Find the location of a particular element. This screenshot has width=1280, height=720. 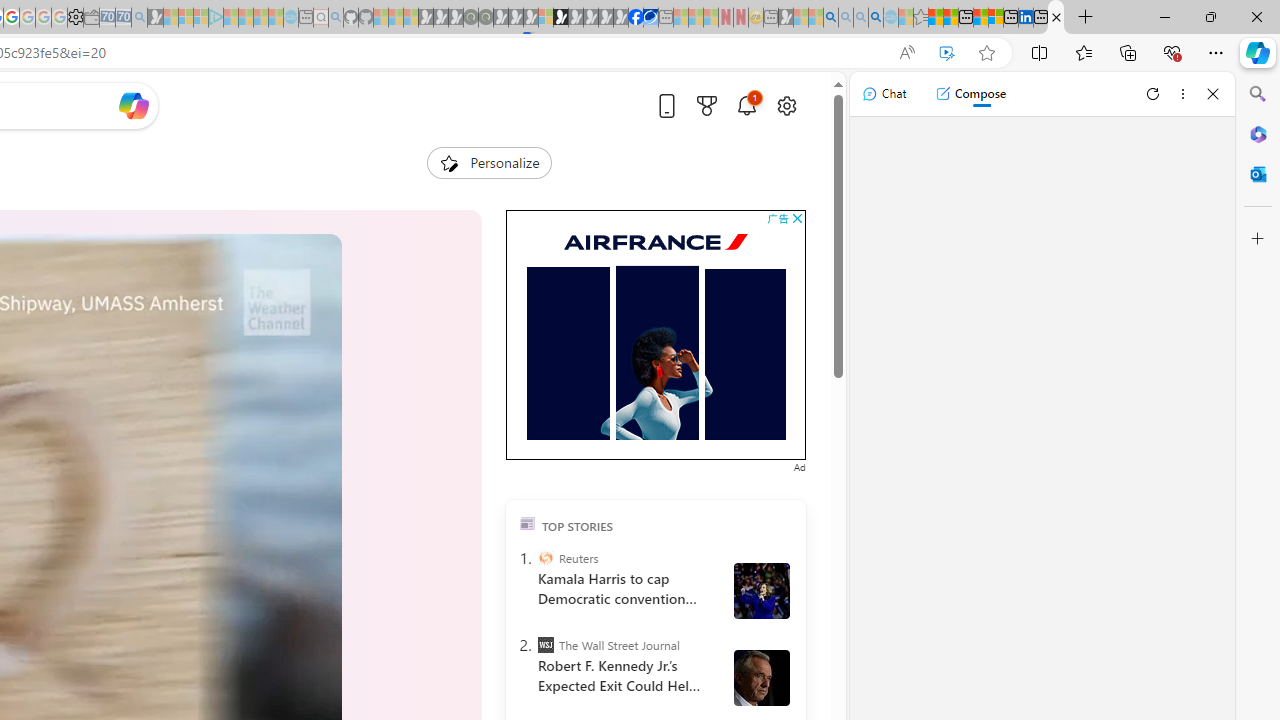

'Future Focus Report 2024 - Sleeping' is located at coordinates (485, 17).